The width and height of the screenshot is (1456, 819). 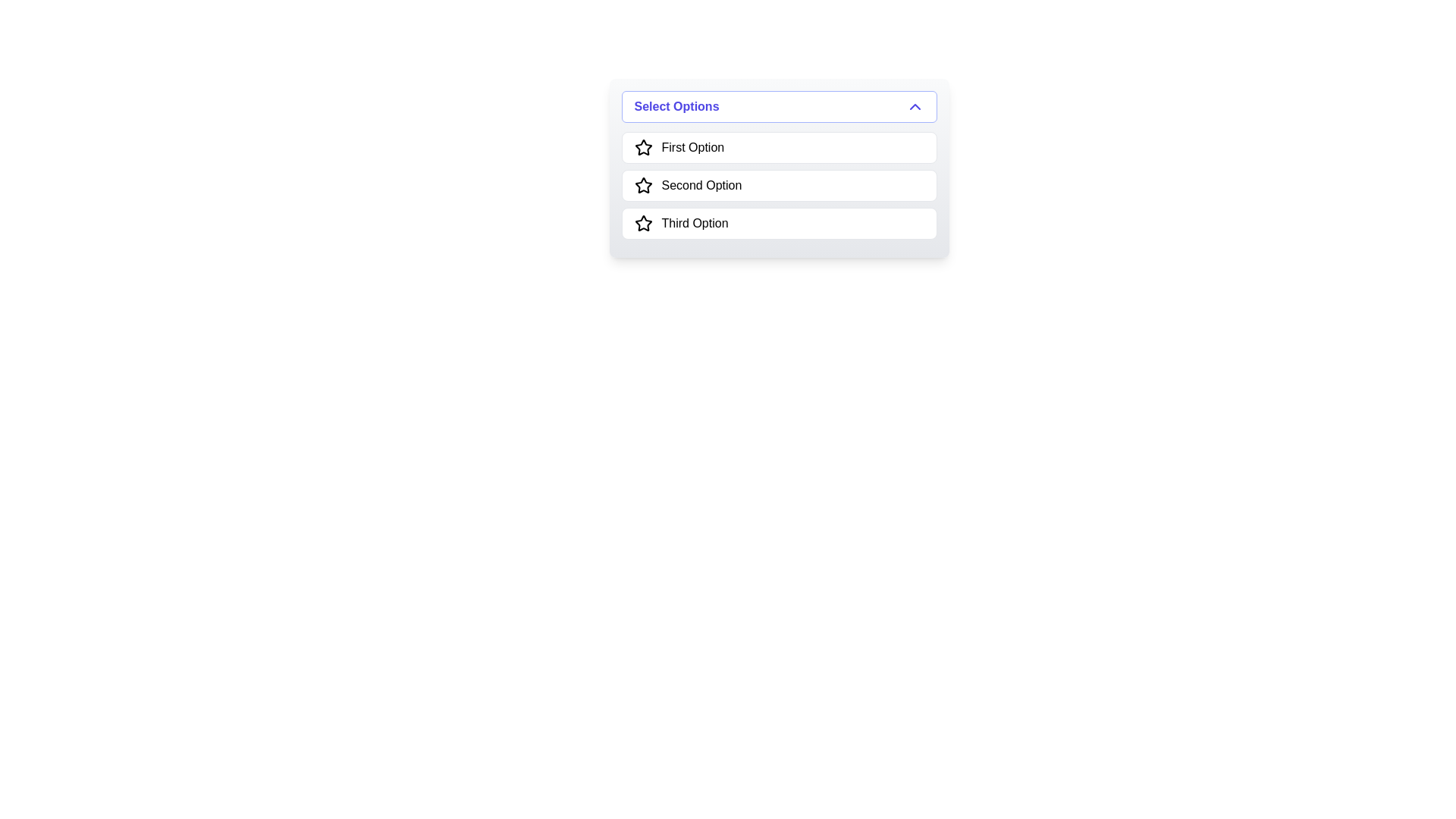 I want to click on the 'Second Option' item, which displays the text 'Second Option' and a star icon, located centrally below the 'First Option' within the 'Select Options' section, so click(x=779, y=185).